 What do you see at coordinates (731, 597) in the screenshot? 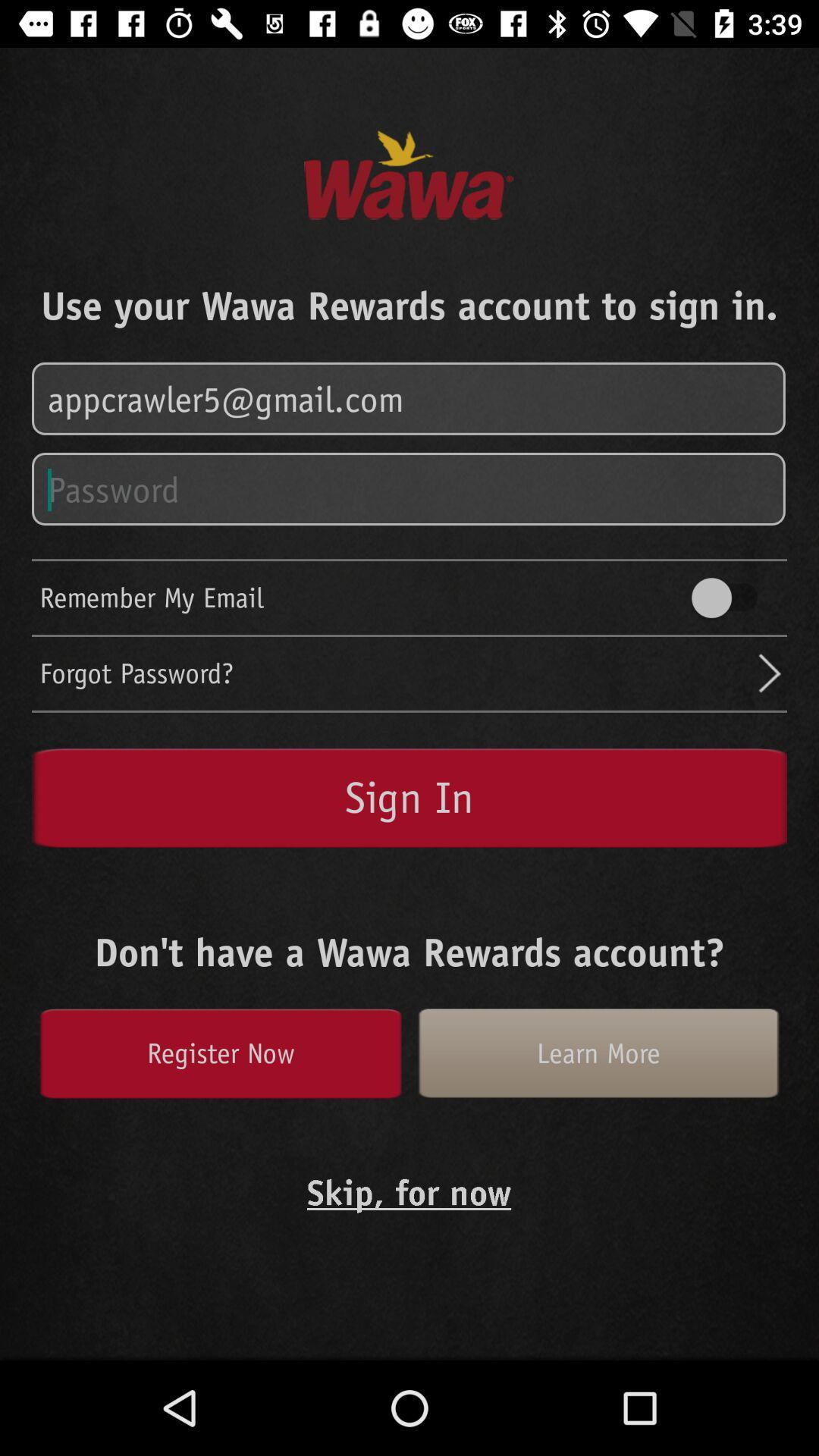
I see `the item next to the remember my email item` at bounding box center [731, 597].